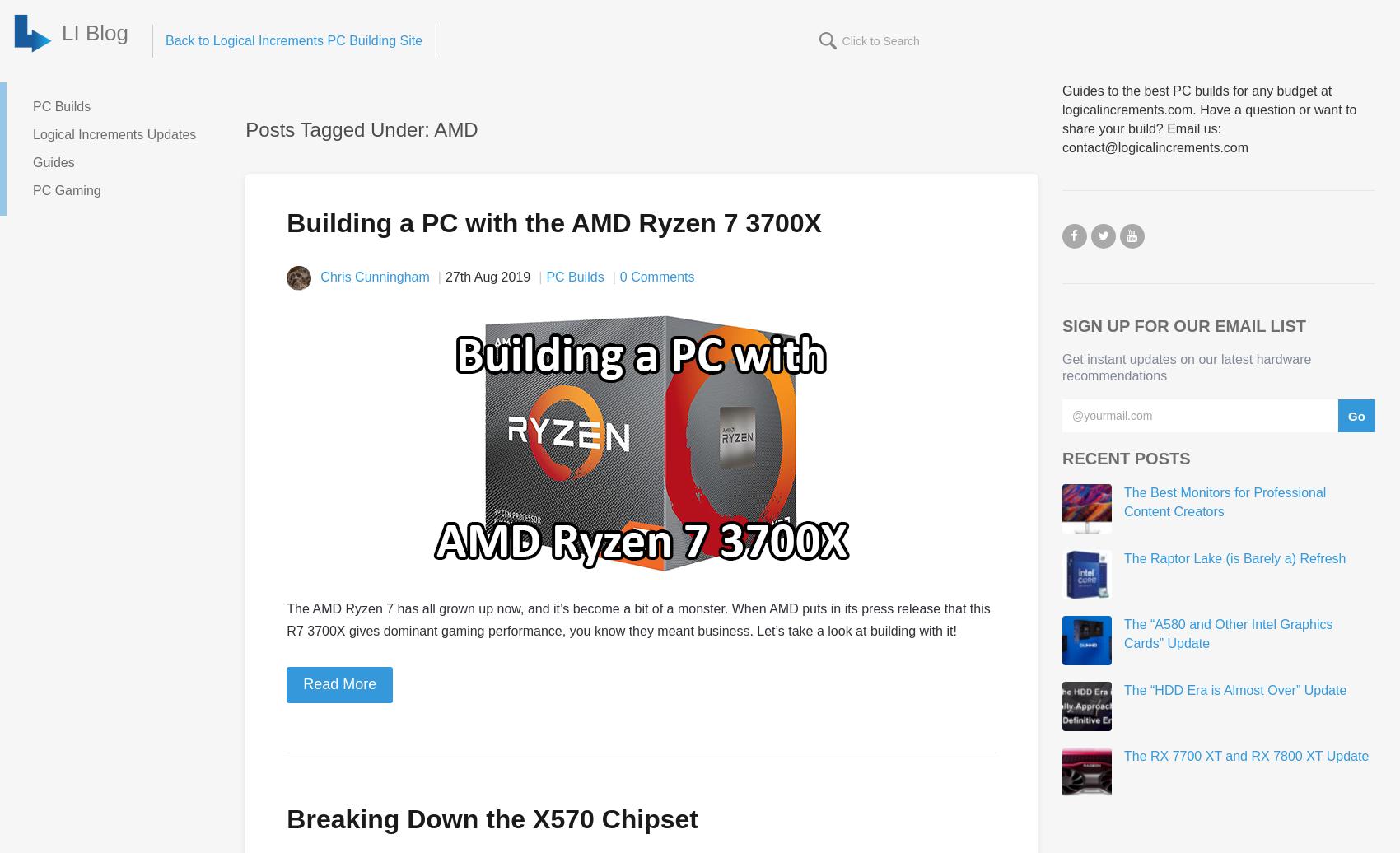 The height and width of the screenshot is (853, 1400). I want to click on 'Posts Tagged Under: AMD', so click(245, 129).